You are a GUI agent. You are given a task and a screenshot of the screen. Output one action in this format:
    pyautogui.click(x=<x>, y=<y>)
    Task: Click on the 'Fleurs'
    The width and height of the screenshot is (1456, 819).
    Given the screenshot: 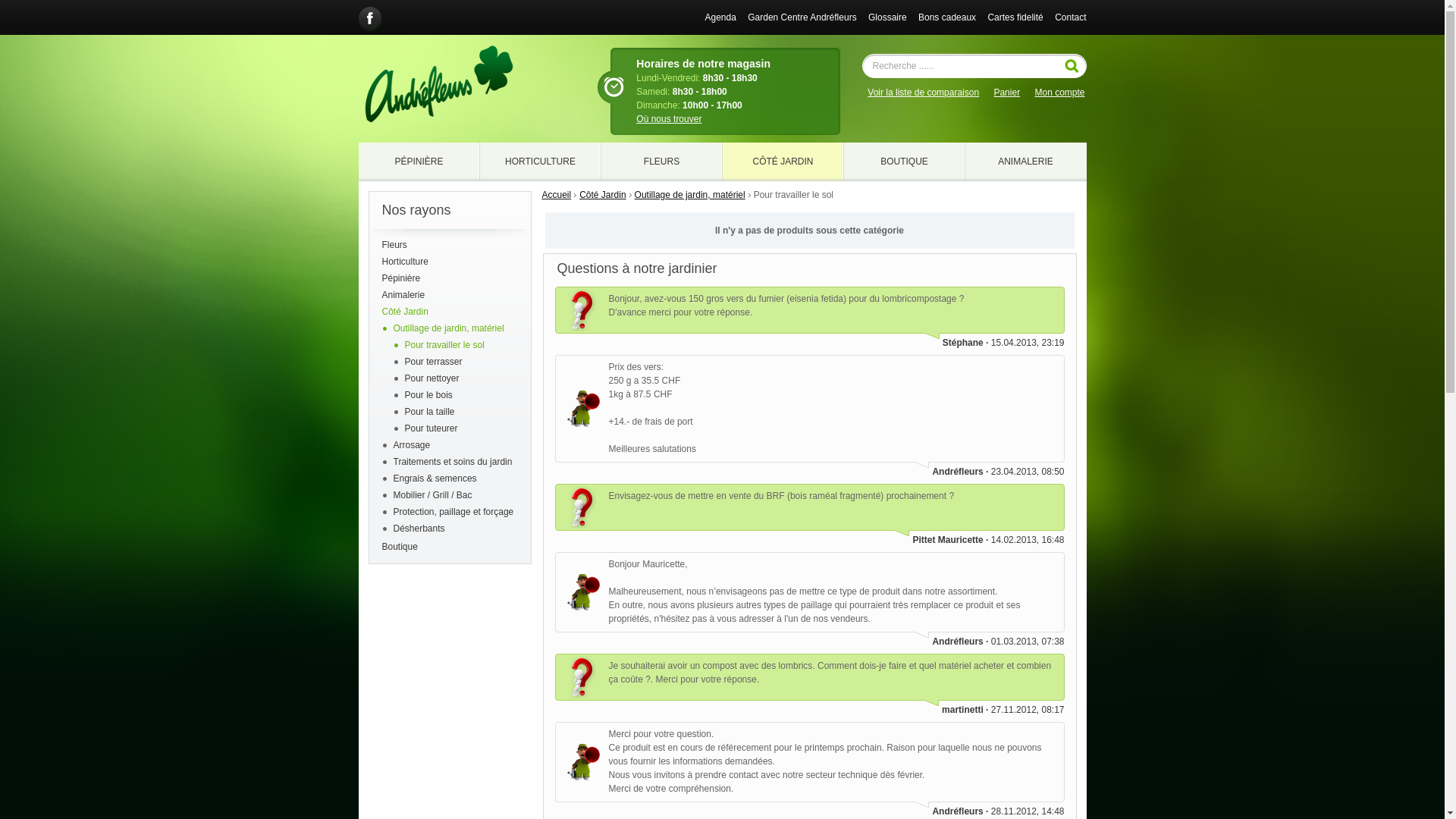 What is the action you would take?
    pyautogui.click(x=382, y=244)
    